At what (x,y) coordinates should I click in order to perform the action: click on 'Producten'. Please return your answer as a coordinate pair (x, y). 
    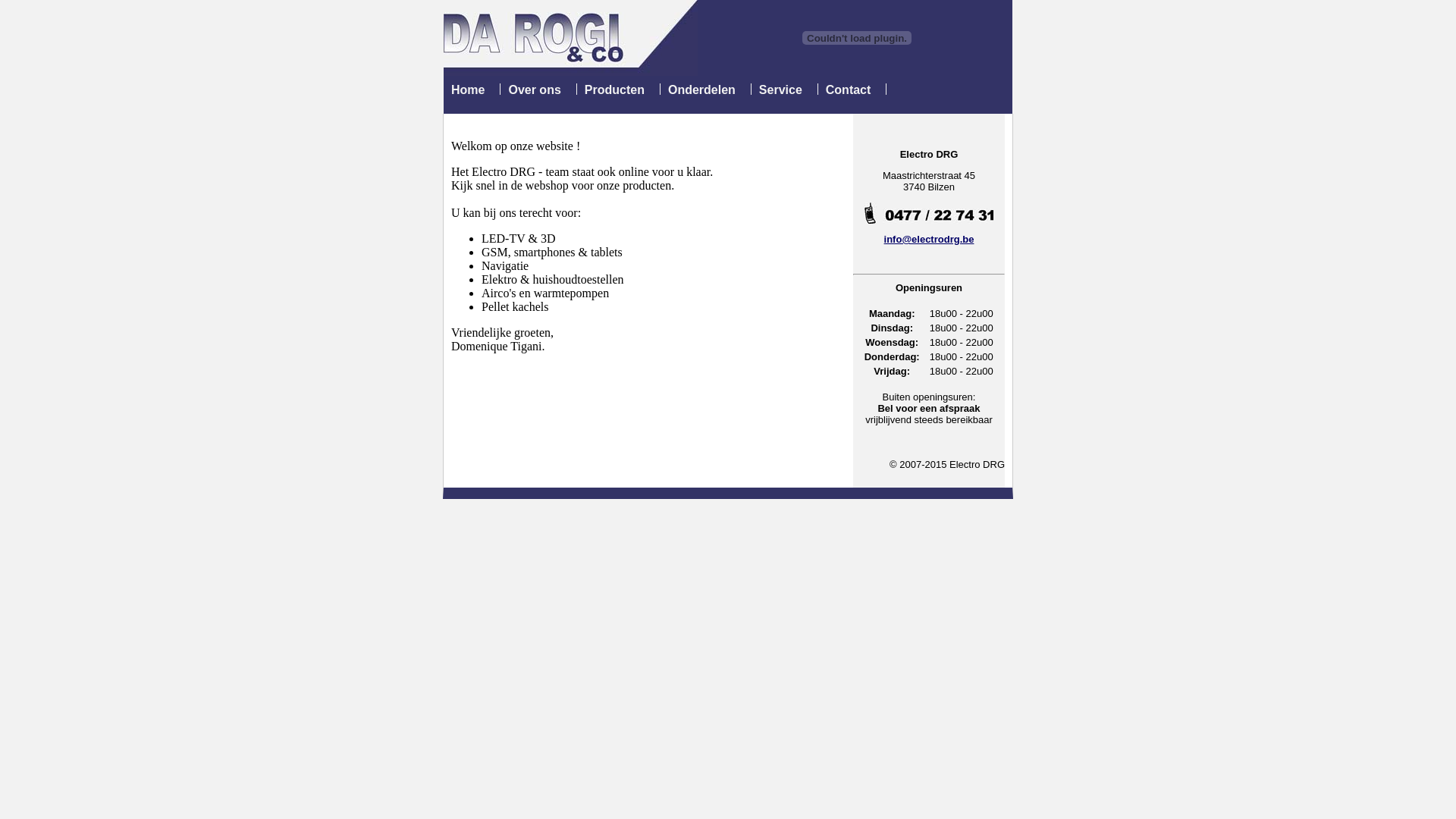
    Looking at the image, I should click on (584, 89).